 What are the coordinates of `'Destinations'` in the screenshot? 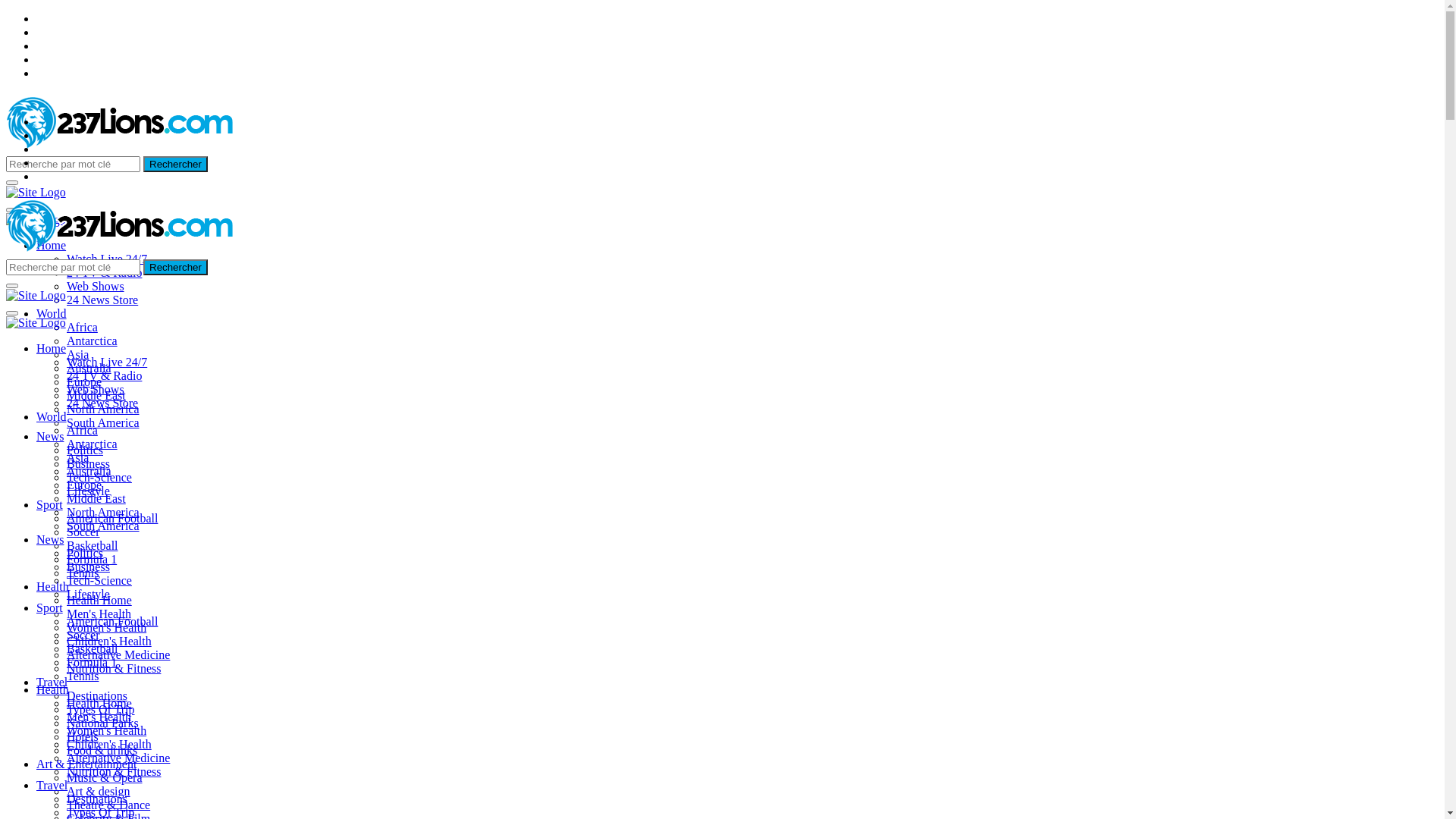 It's located at (96, 695).